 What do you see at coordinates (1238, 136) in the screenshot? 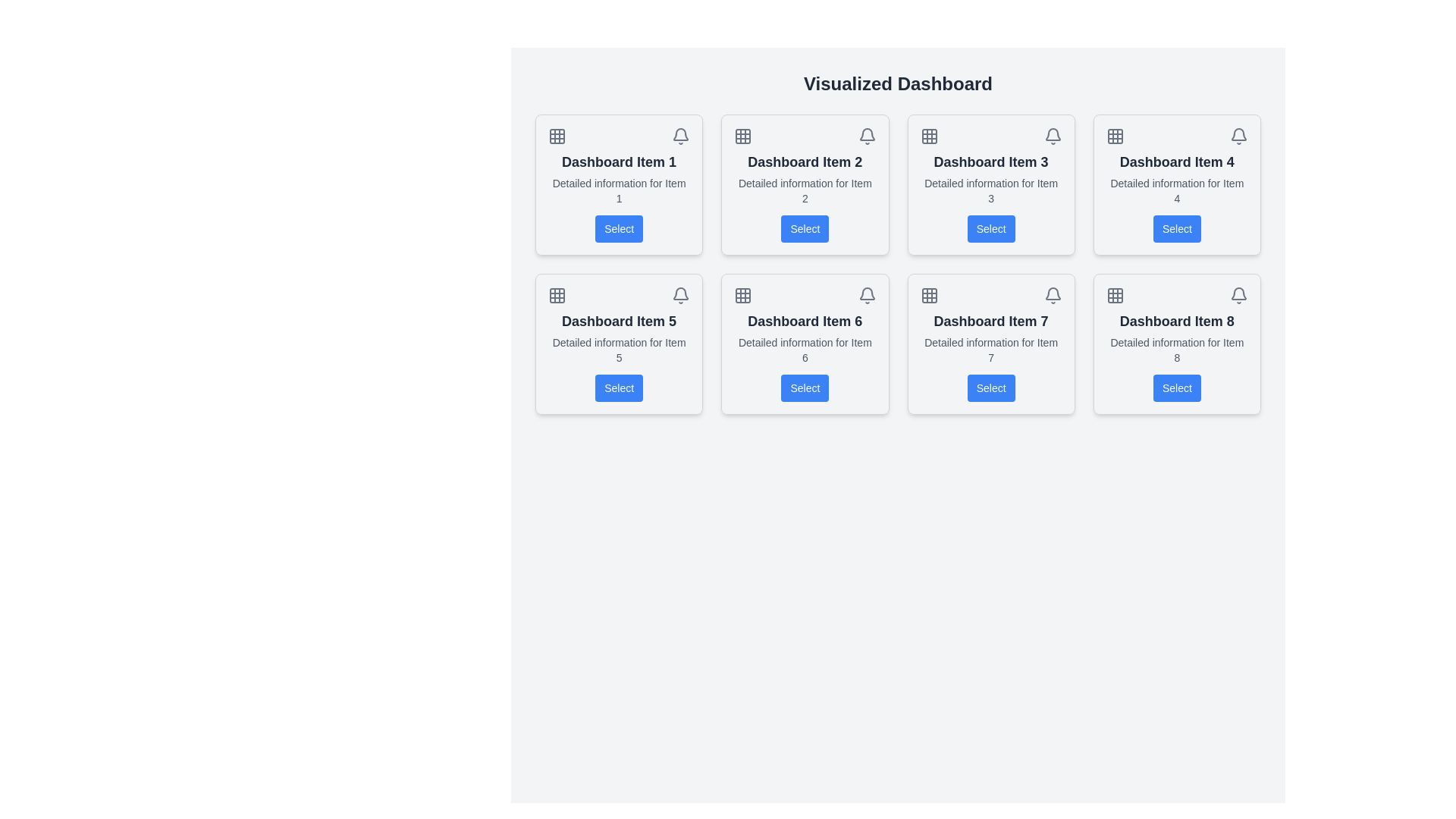
I see `the bell icon located in the upper-right corner of the card labeled 'Dashboard Item 4' to interact with it` at bounding box center [1238, 136].